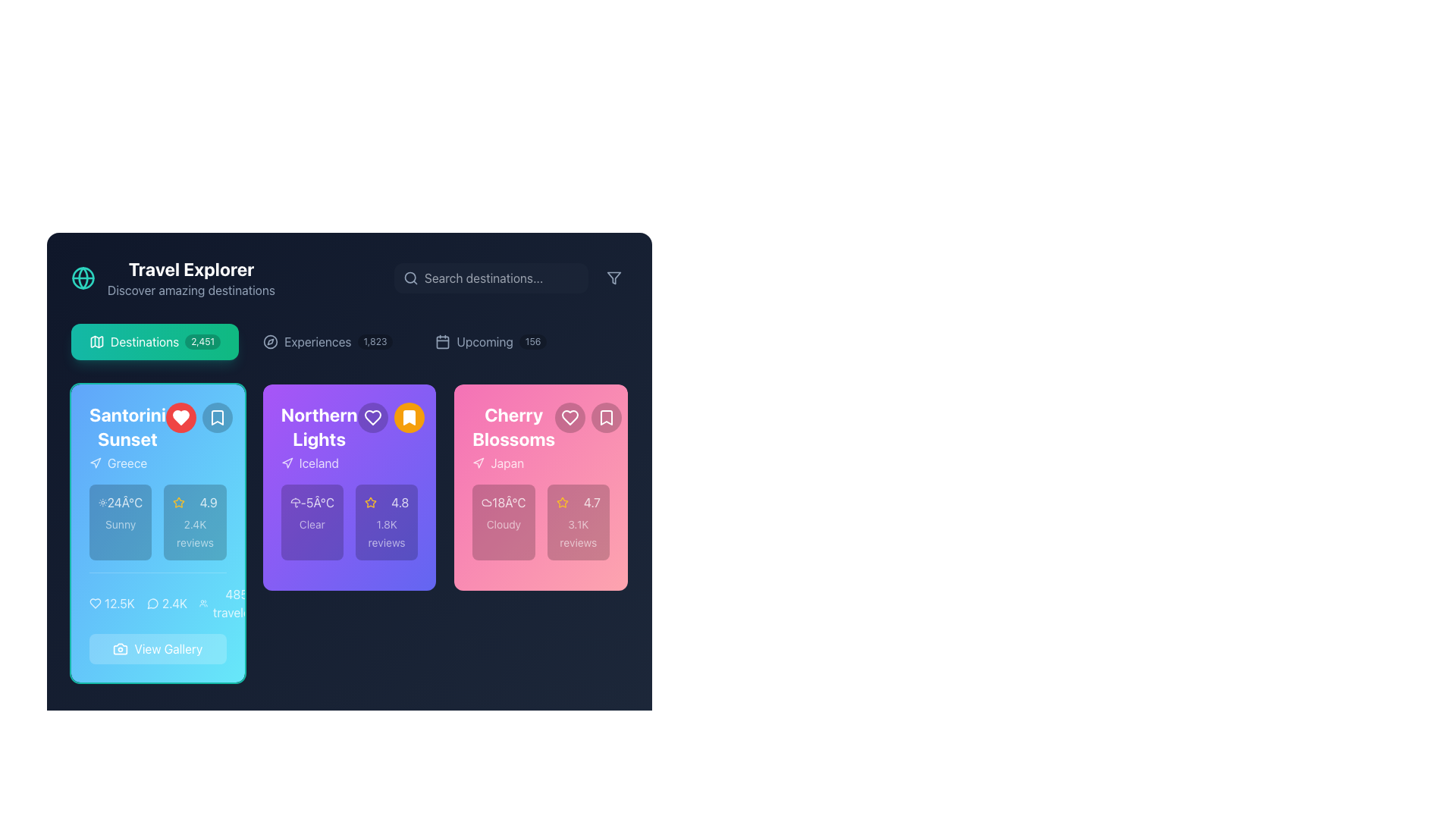 The height and width of the screenshot is (819, 1456). Describe the element at coordinates (168, 648) in the screenshot. I see `the 'View Gallery' button, which is a bold white text label on a light blue rounded background, located at the bottom of the 'Santorini Sunset' card` at that location.